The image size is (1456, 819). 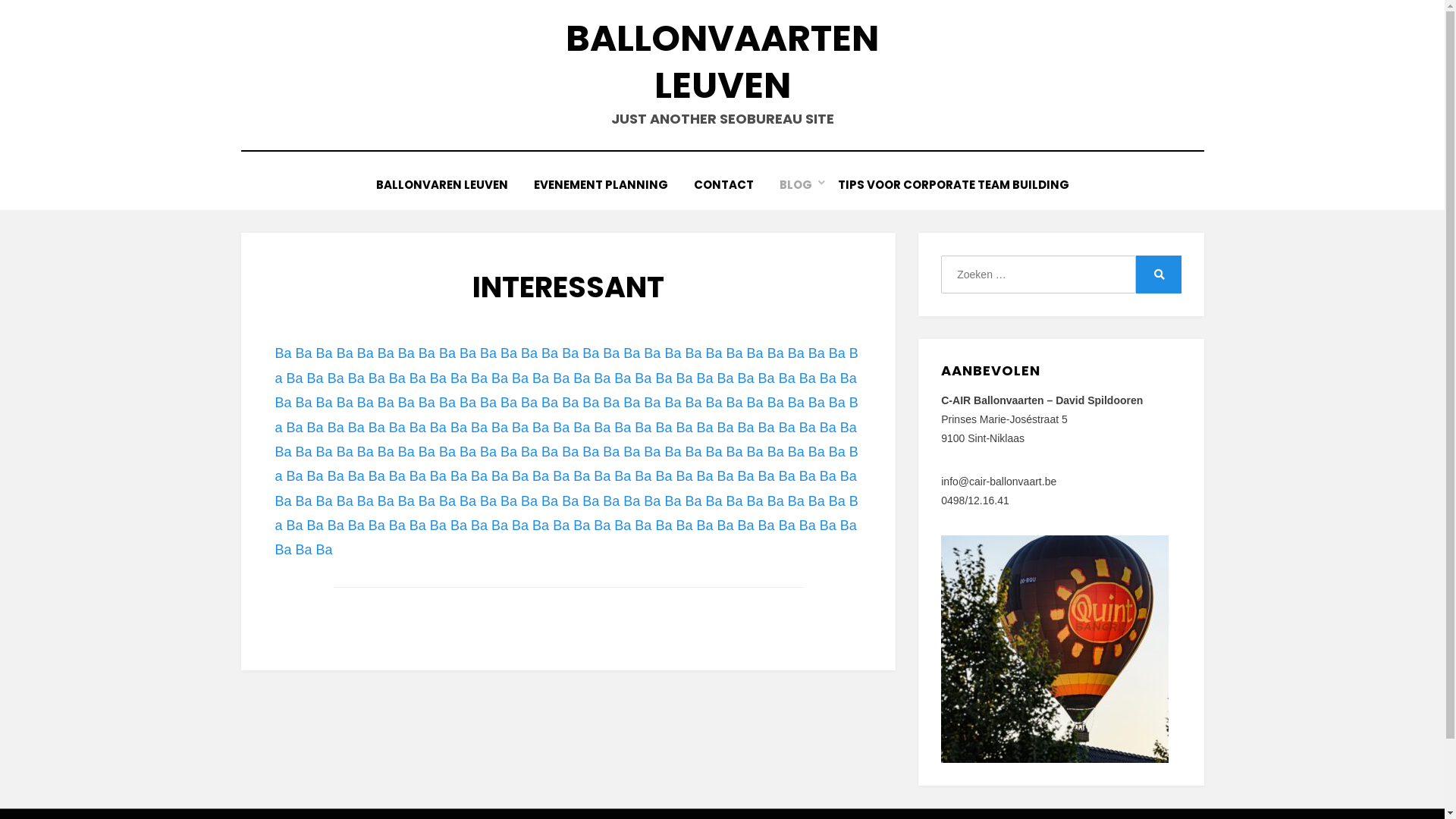 What do you see at coordinates (940, 482) in the screenshot?
I see `'info@cair-ballonvaart.be'` at bounding box center [940, 482].